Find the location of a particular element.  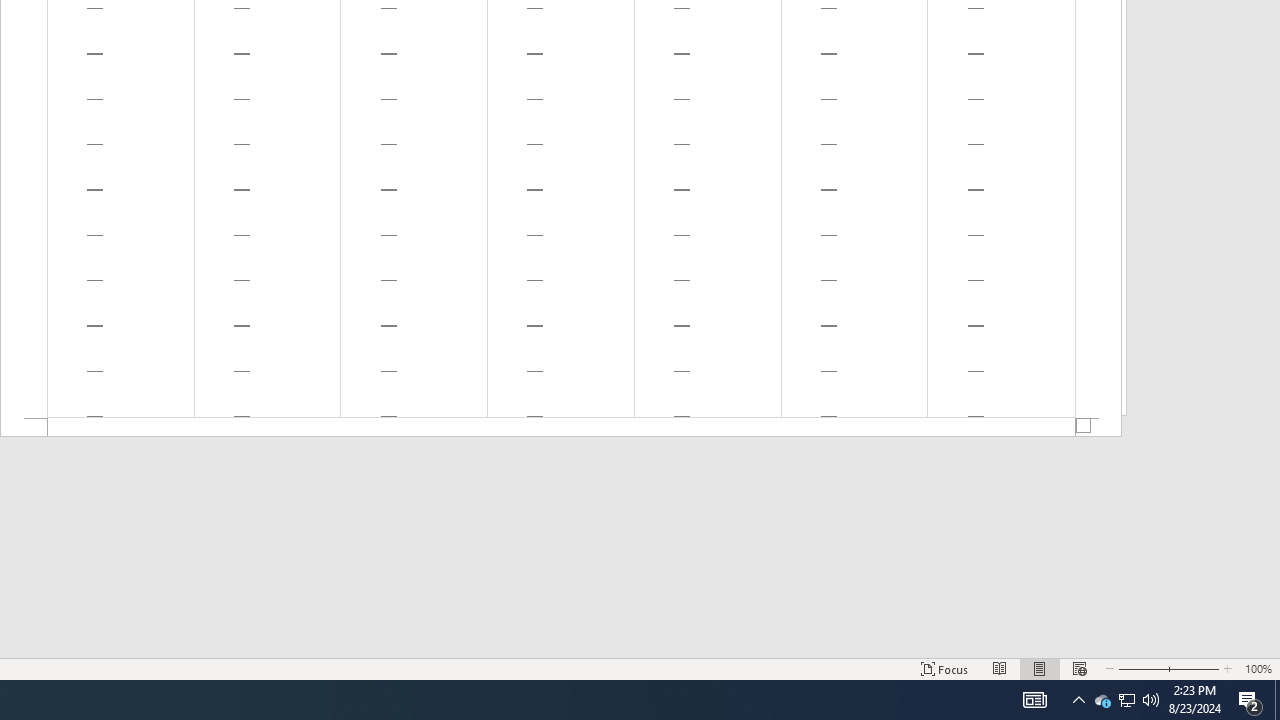

'Print Layout' is located at coordinates (1040, 669).